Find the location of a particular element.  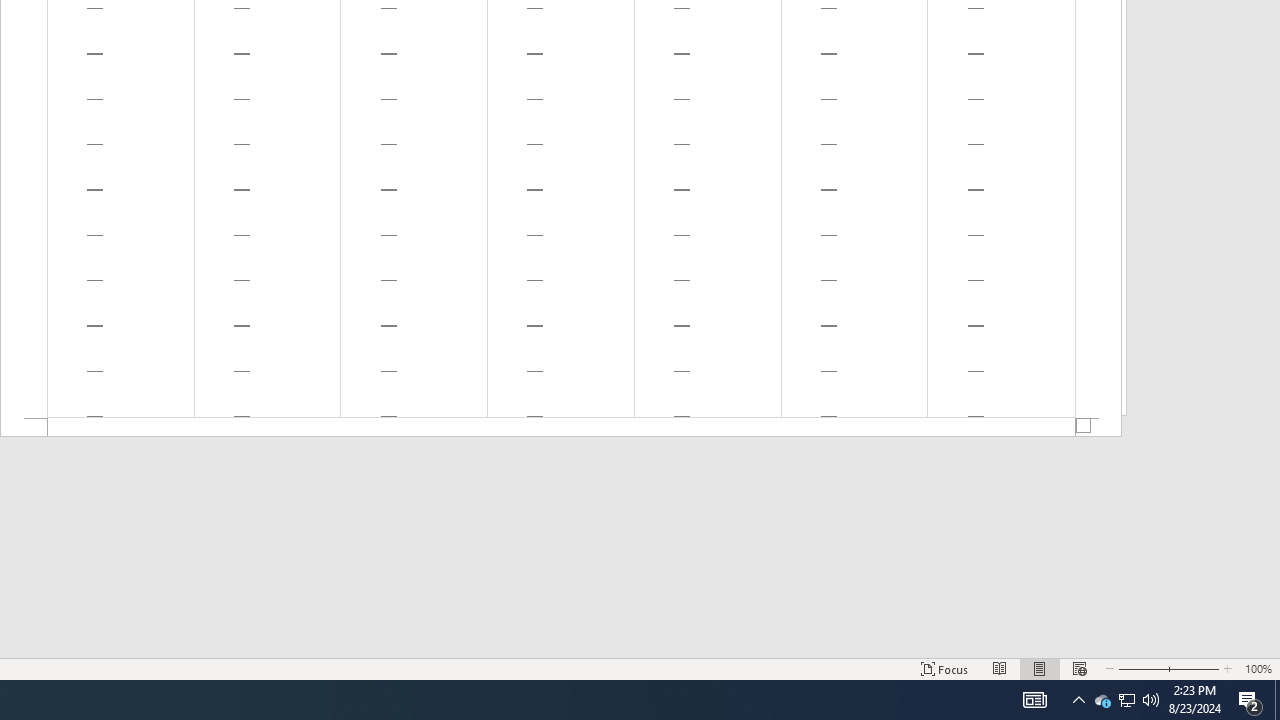

'Print Layout' is located at coordinates (1040, 669).